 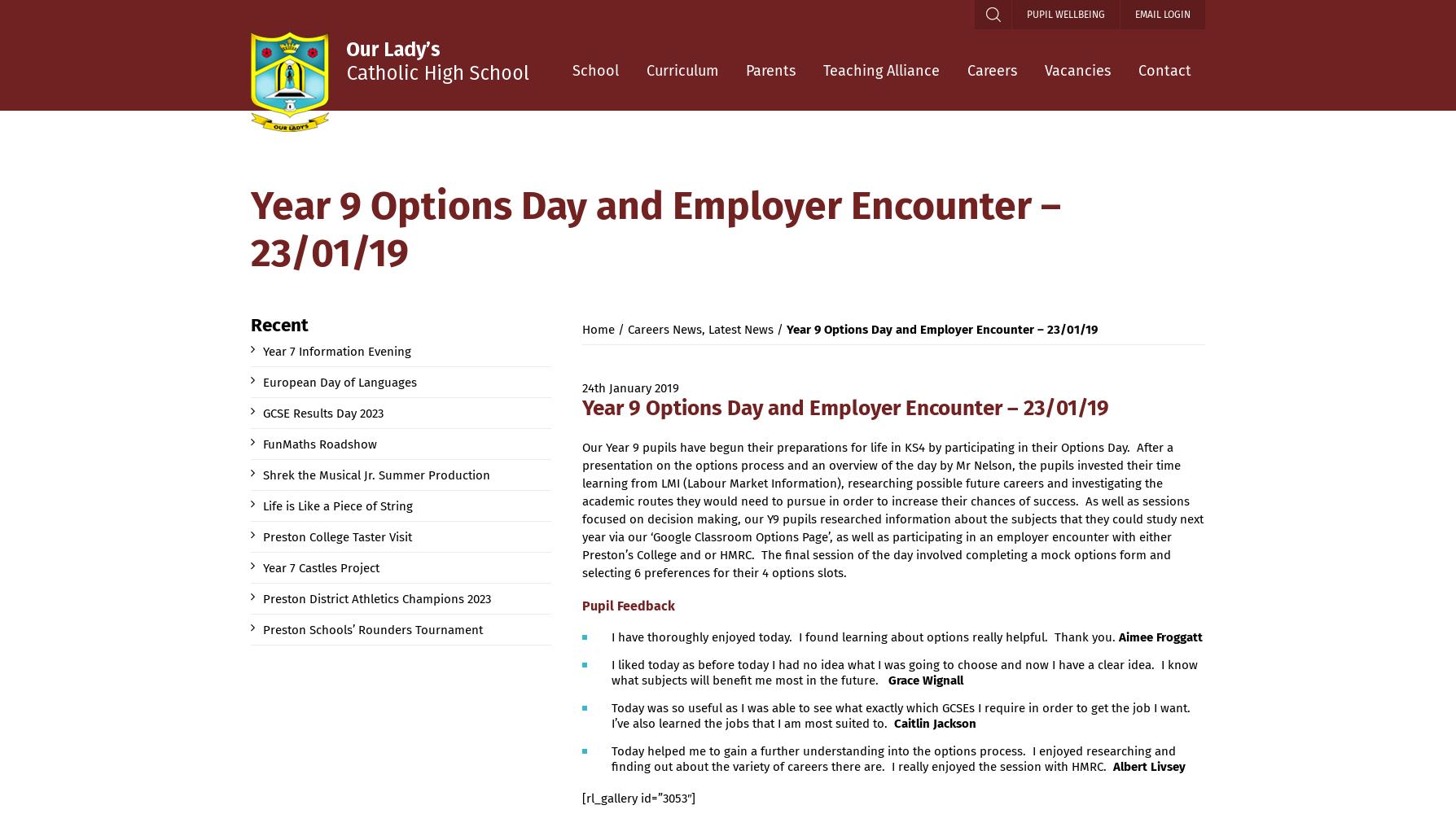 What do you see at coordinates (629, 387) in the screenshot?
I see `'24th January 2019'` at bounding box center [629, 387].